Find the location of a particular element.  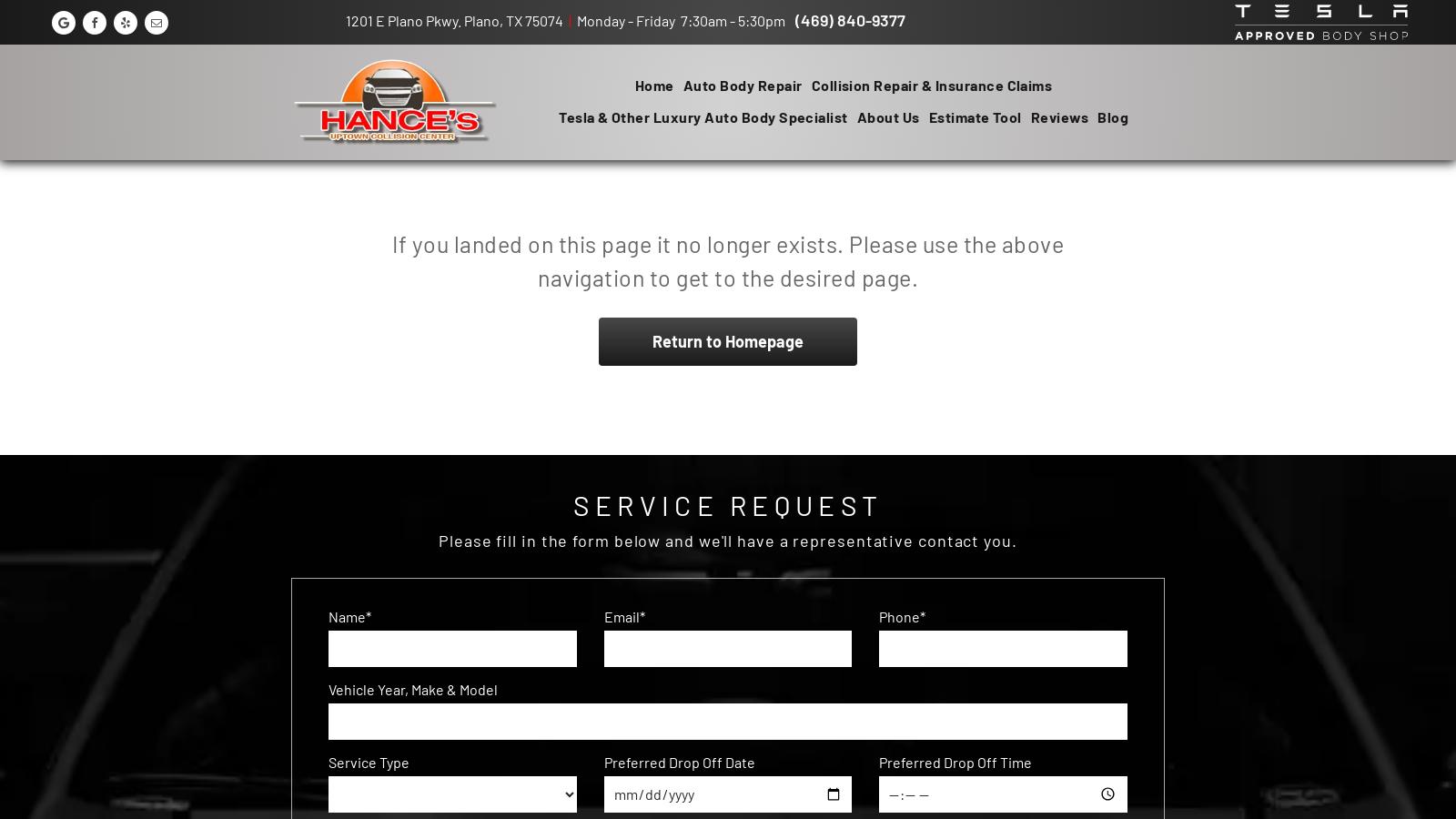

'Home' is located at coordinates (653, 84).